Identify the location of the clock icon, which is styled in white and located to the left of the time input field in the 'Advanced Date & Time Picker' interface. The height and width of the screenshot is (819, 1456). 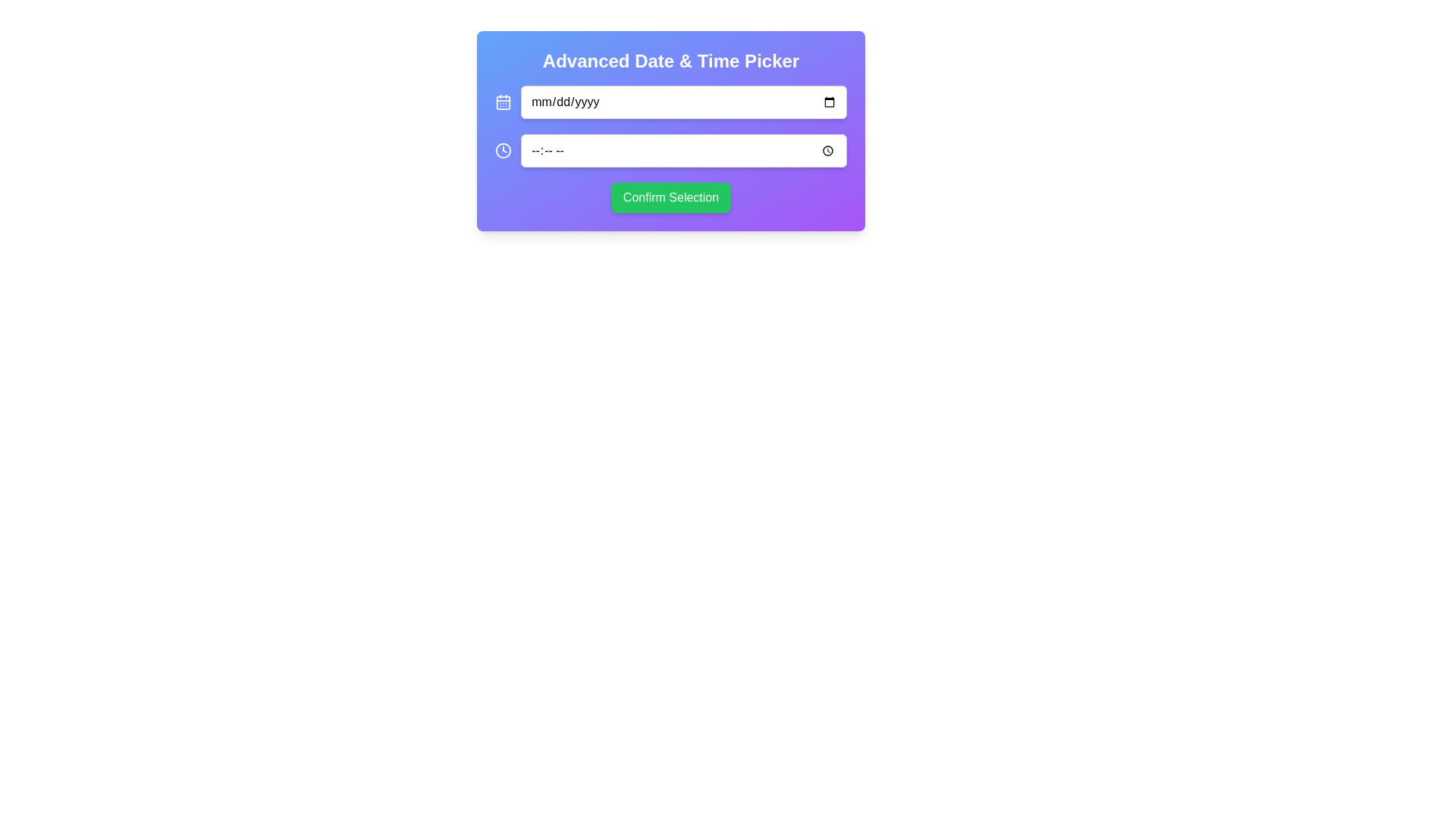
(504, 151).